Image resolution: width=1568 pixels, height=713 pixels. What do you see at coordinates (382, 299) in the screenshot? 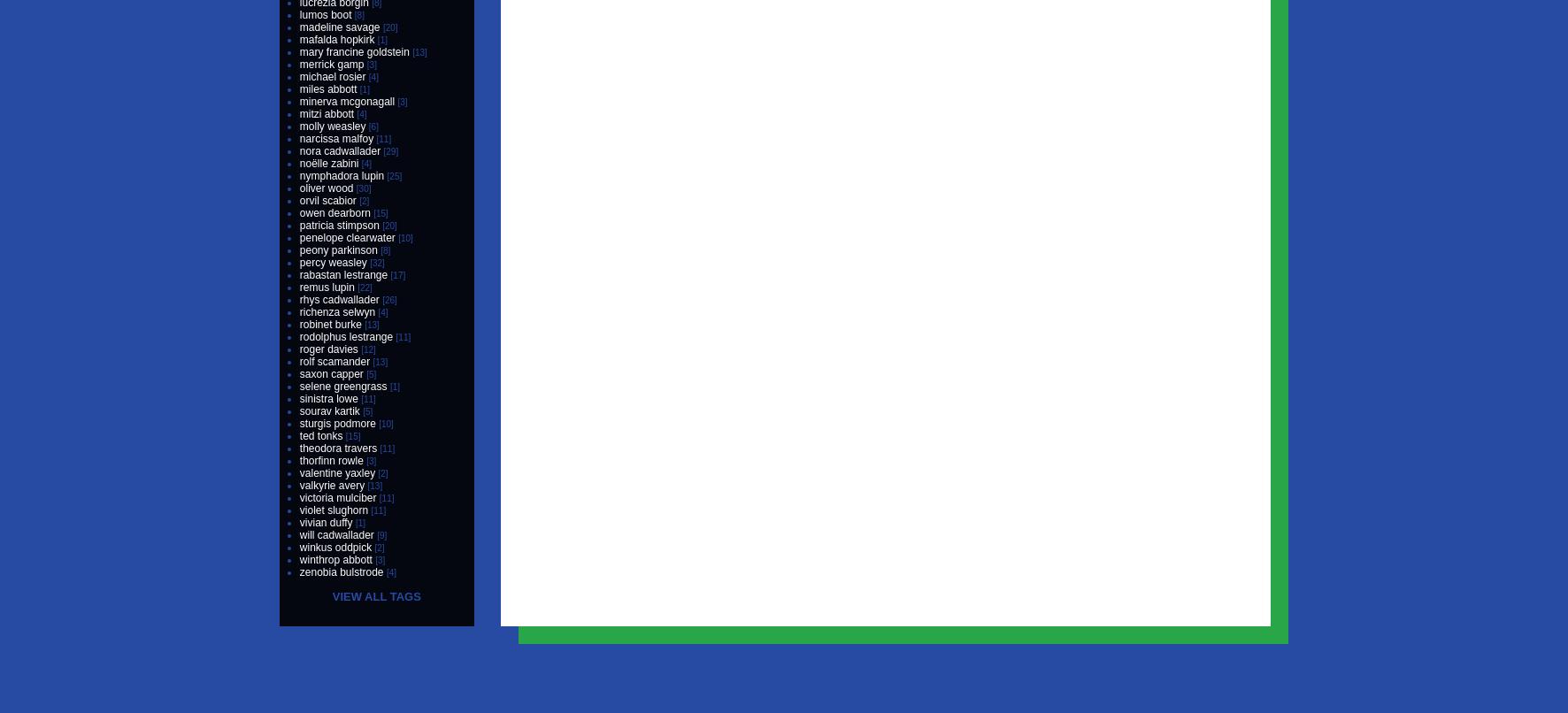
I see `'[26]'` at bounding box center [382, 299].